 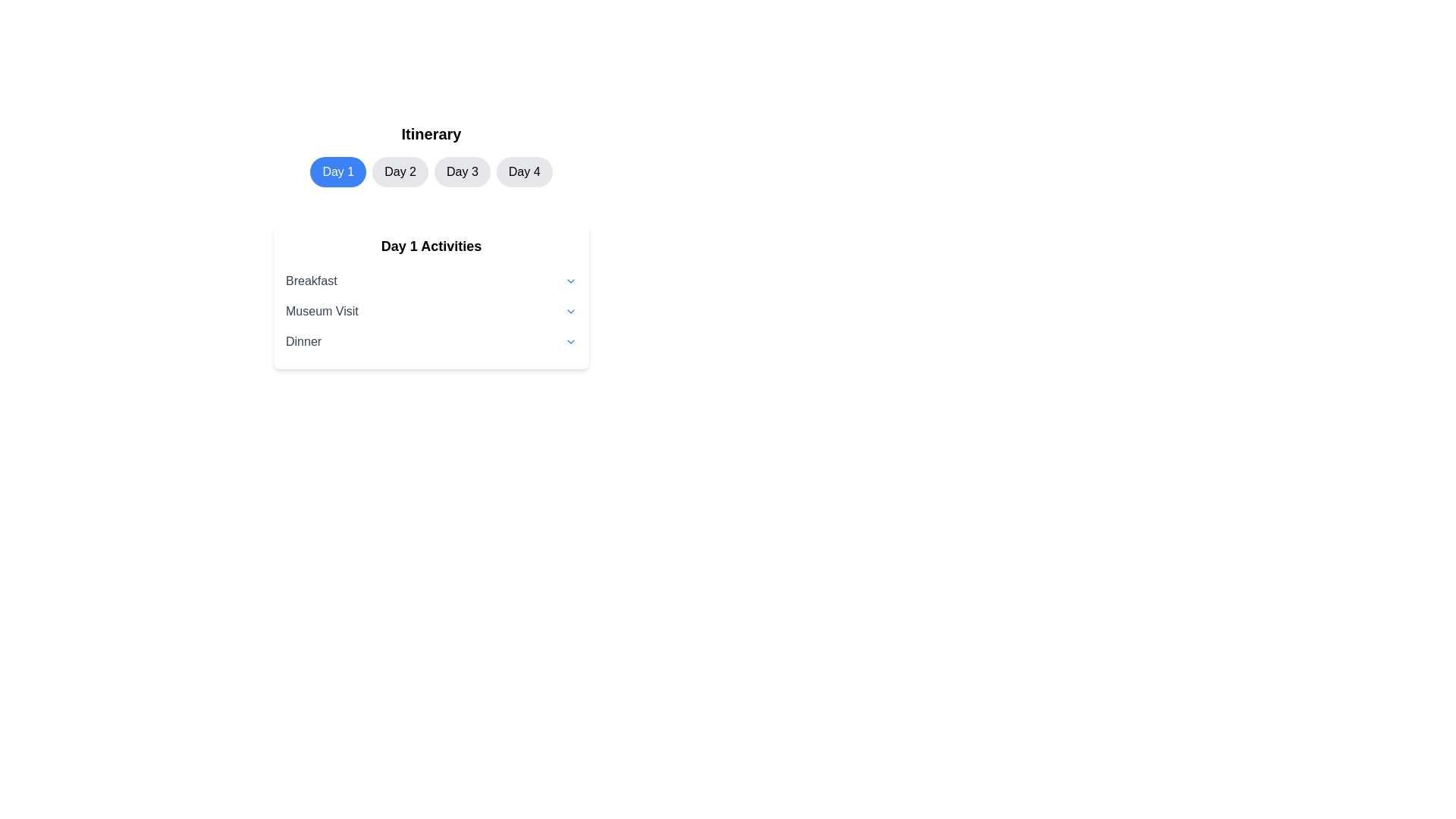 I want to click on the 'Day 1' button located in the top-left corner of the itinerary buttons group, under the 'Itinerary' title, so click(x=337, y=171).